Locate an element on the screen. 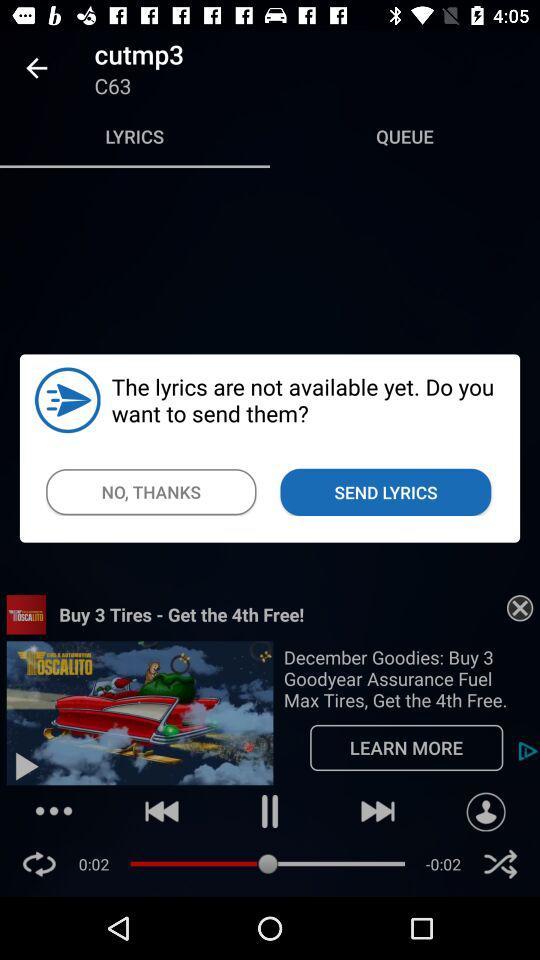  the close icon is located at coordinates (499, 863).